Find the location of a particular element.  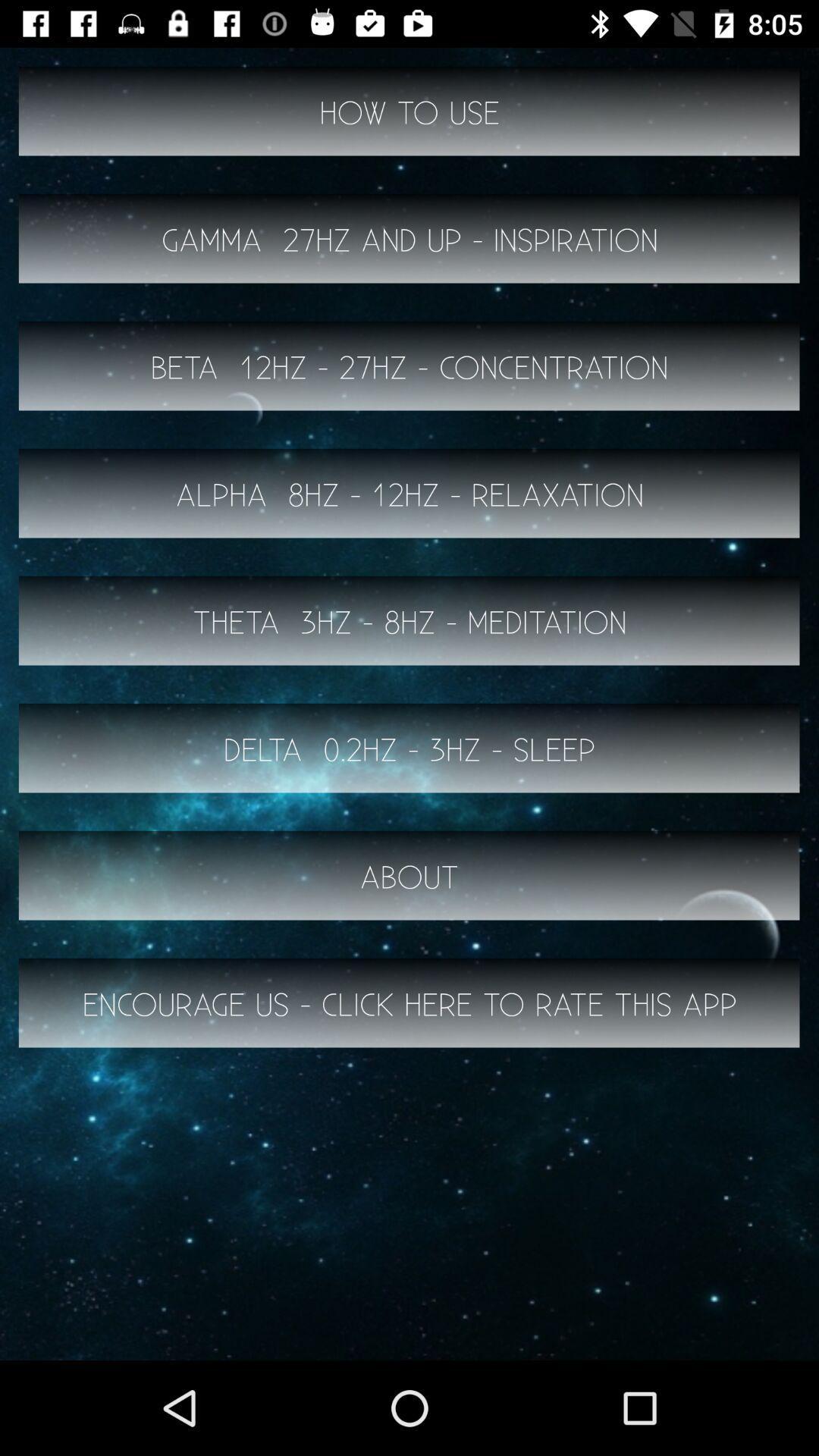

the icon below theta 3hz 8hz icon is located at coordinates (409, 748).